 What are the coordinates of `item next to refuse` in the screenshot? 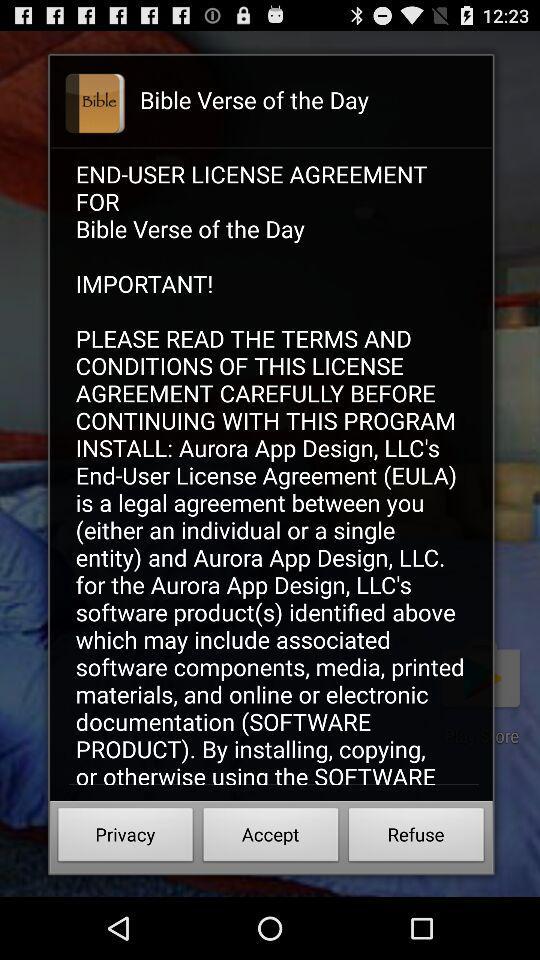 It's located at (270, 837).